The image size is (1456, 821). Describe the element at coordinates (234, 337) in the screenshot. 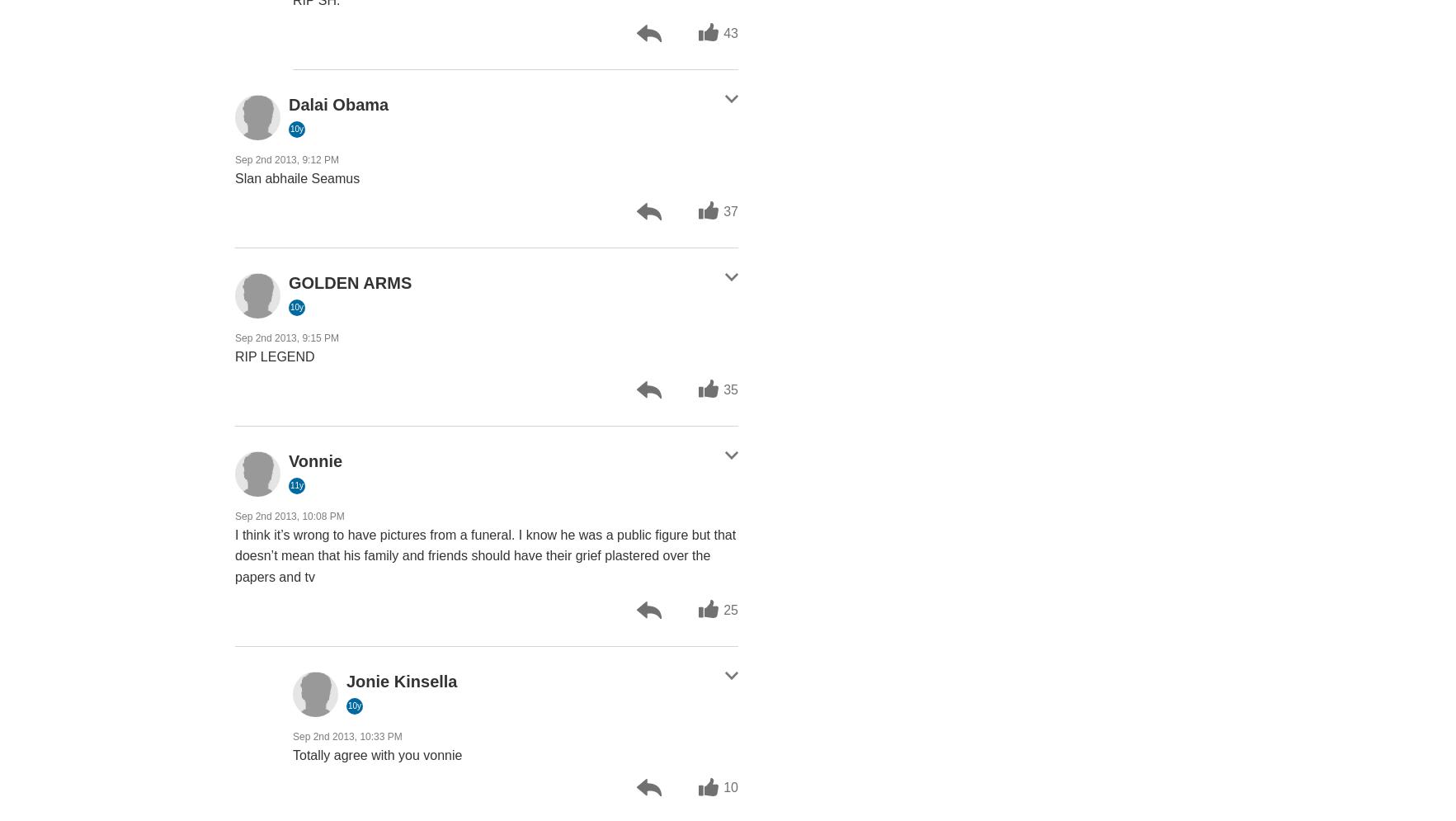

I see `'Sep 2nd 2013, 9:15 PM'` at that location.